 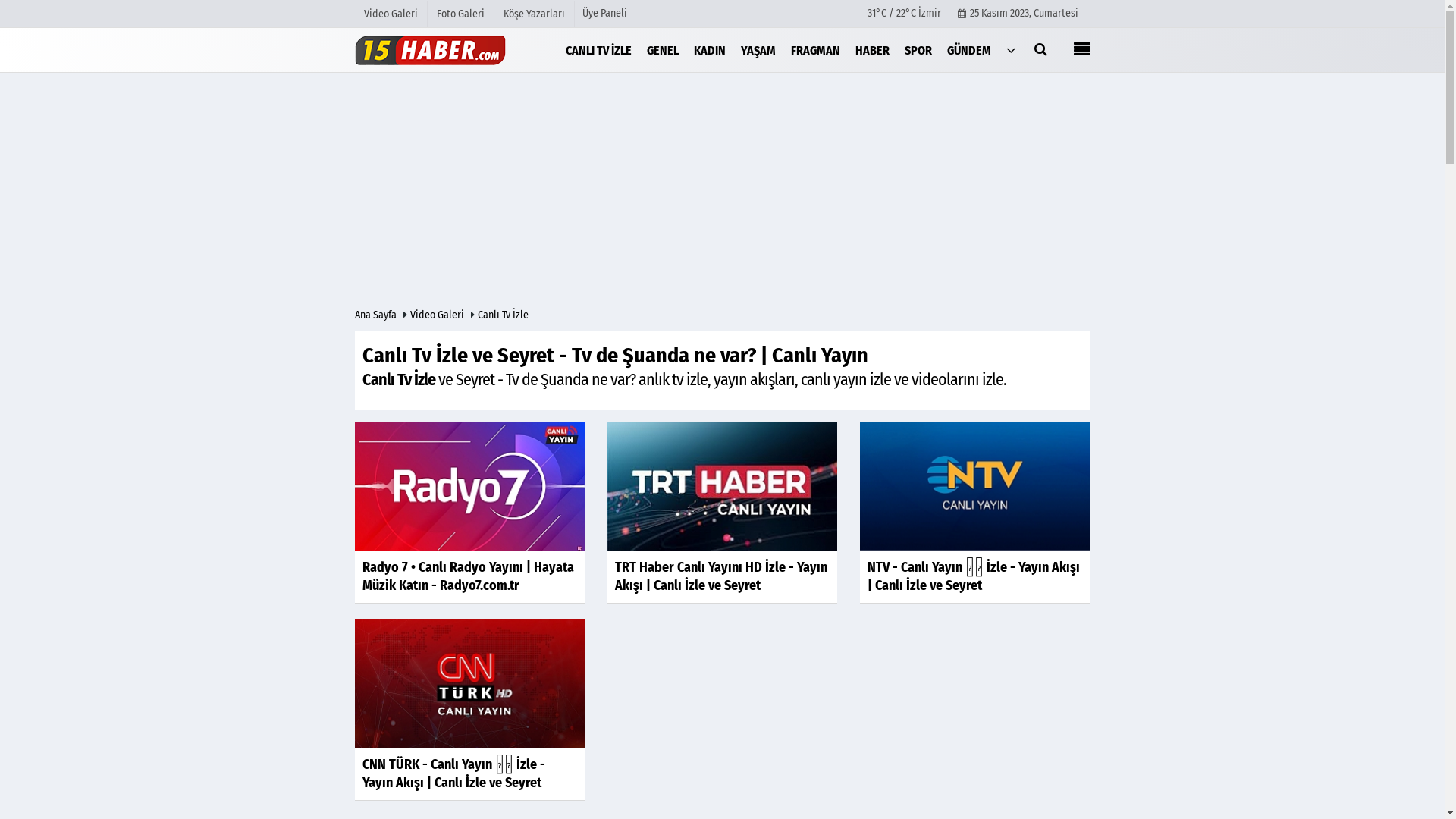 What do you see at coordinates (917, 49) in the screenshot?
I see `'SPOR'` at bounding box center [917, 49].